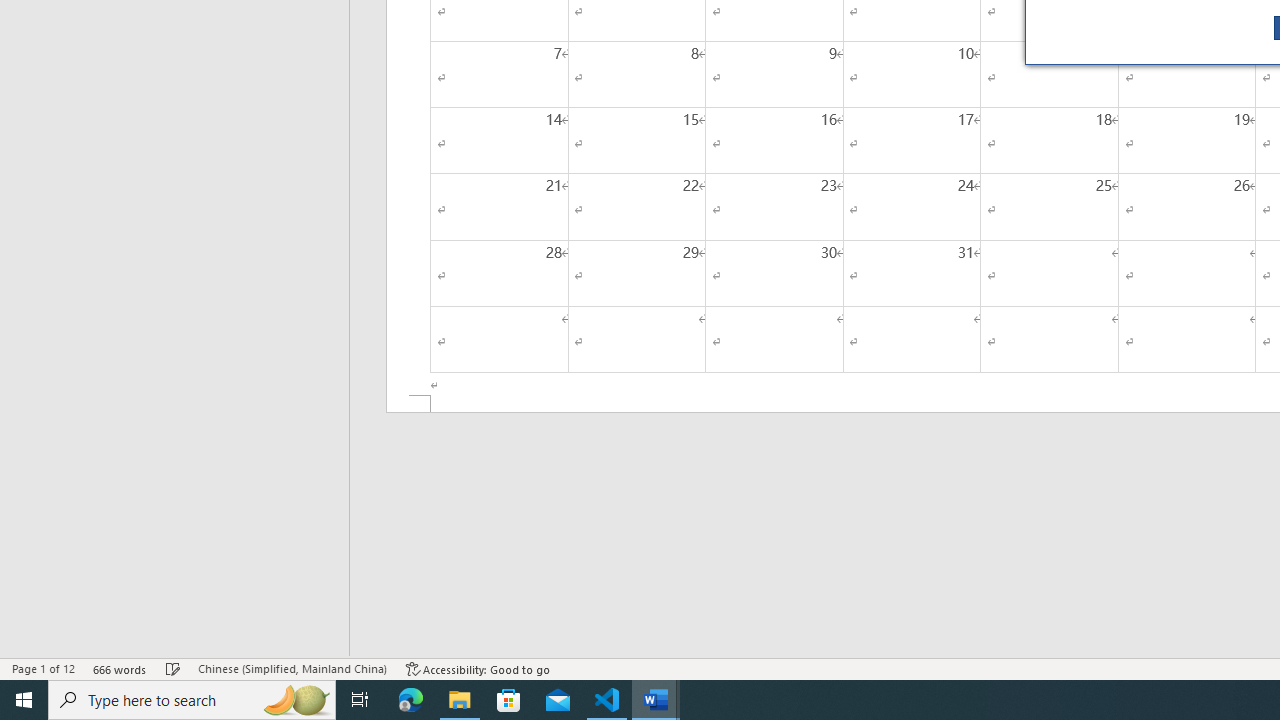 This screenshot has height=720, width=1280. What do you see at coordinates (459, 698) in the screenshot?
I see `'File Explorer - 1 running window'` at bounding box center [459, 698].